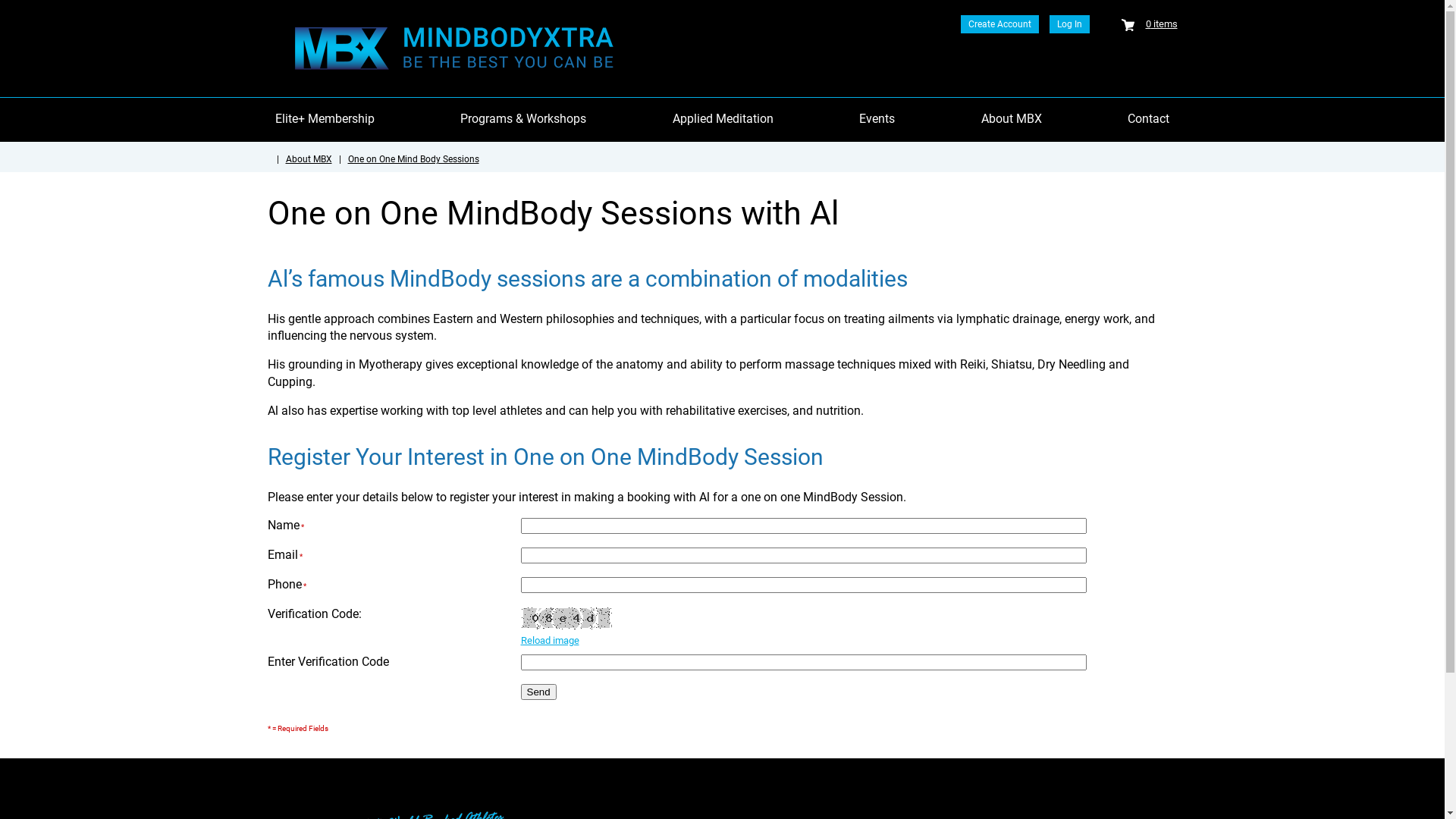  I want to click on 'Reload image', so click(548, 639).